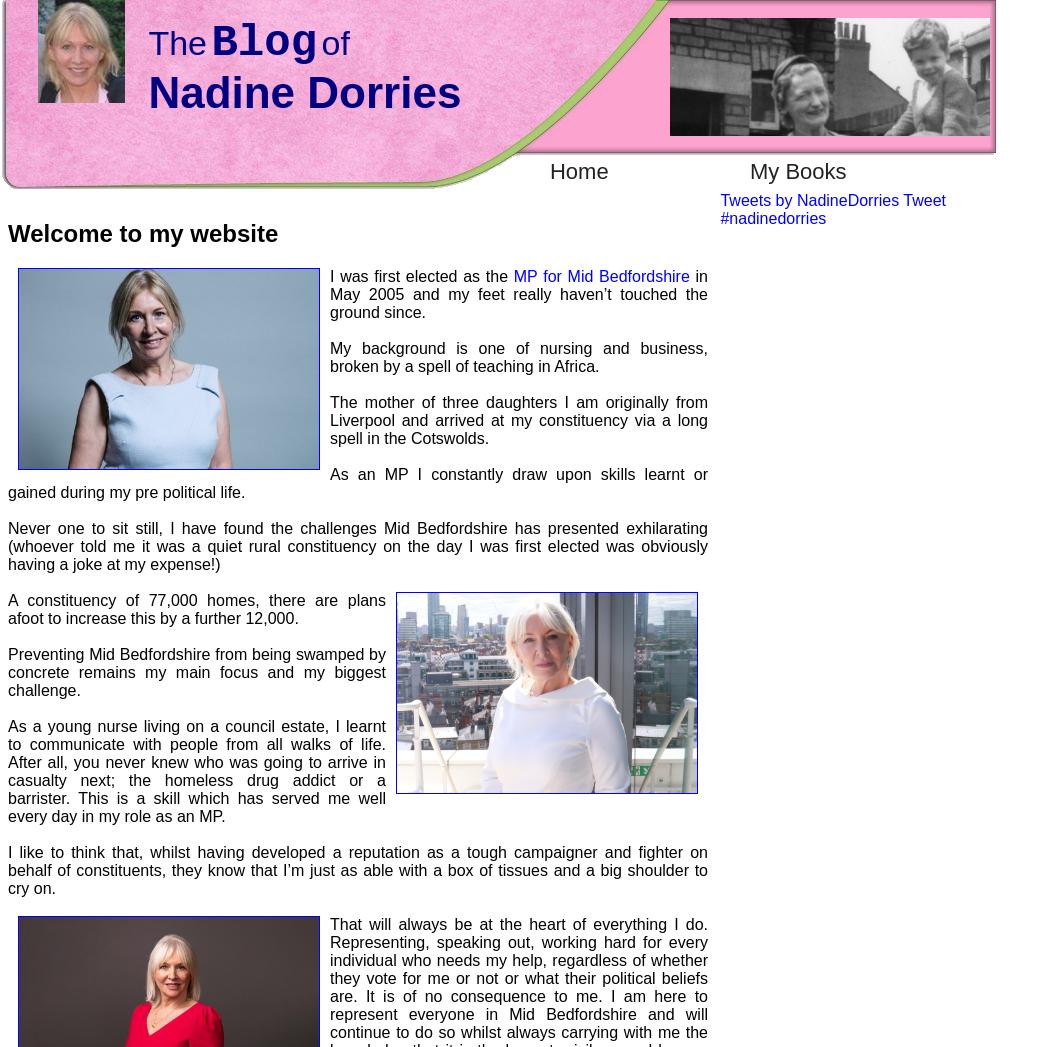 This screenshot has height=1047, width=1055. I want to click on 'I was first elected as the', so click(420, 275).